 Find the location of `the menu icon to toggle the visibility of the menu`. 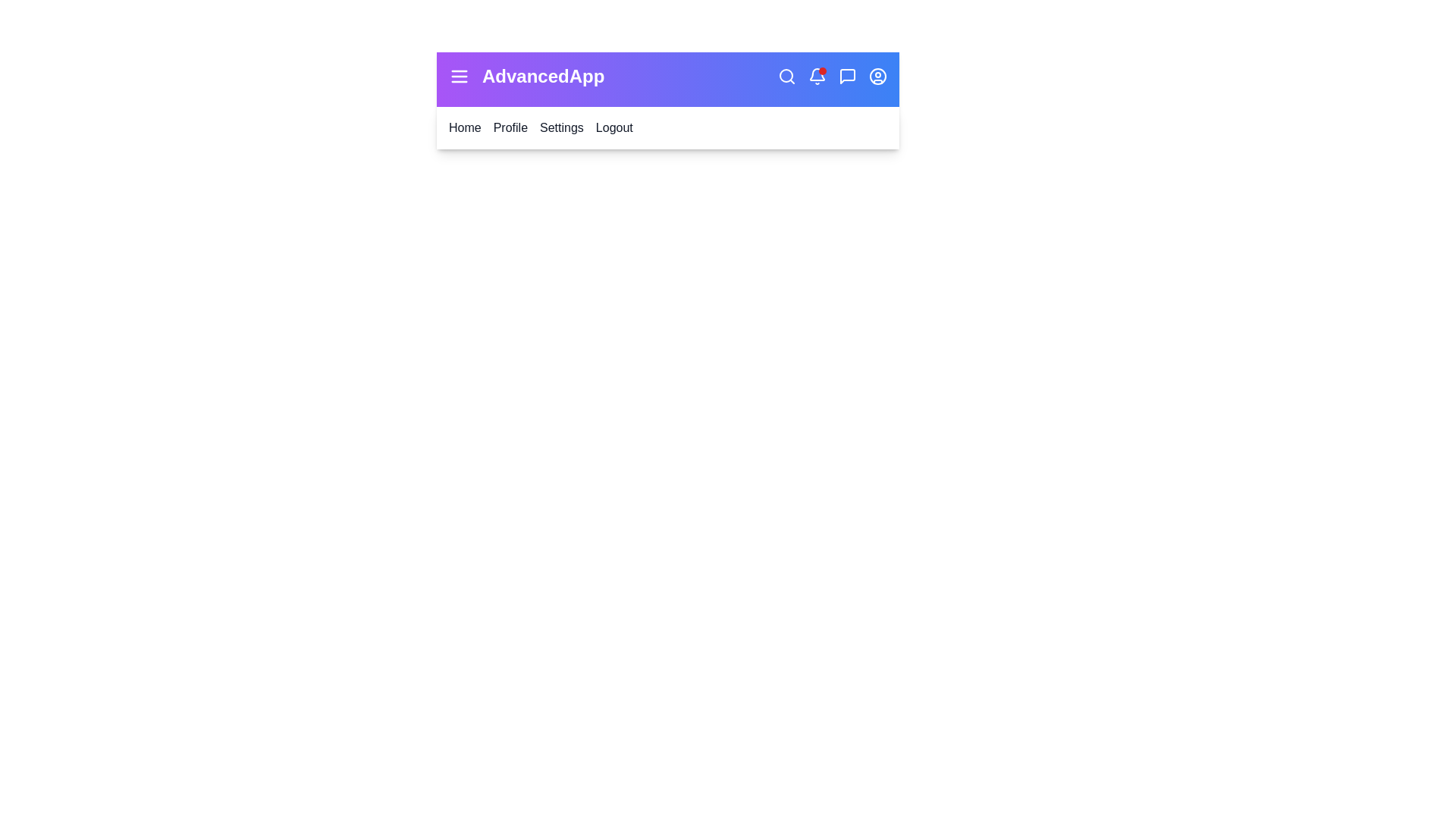

the menu icon to toggle the visibility of the menu is located at coordinates (458, 76).